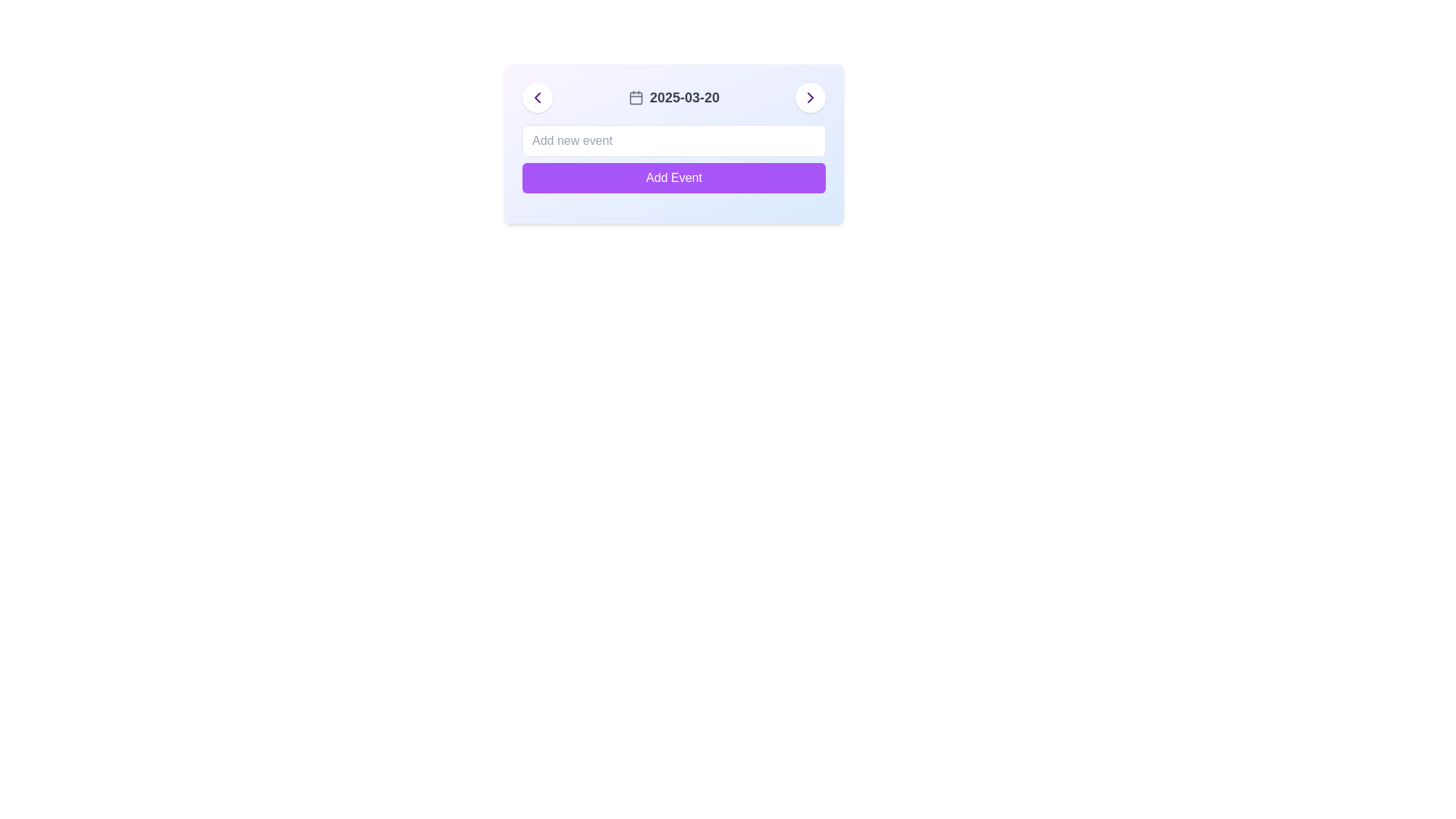 Image resolution: width=1456 pixels, height=819 pixels. What do you see at coordinates (538, 97) in the screenshot?
I see `the circular button with a white background and purple left-pointing chevron icon` at bounding box center [538, 97].